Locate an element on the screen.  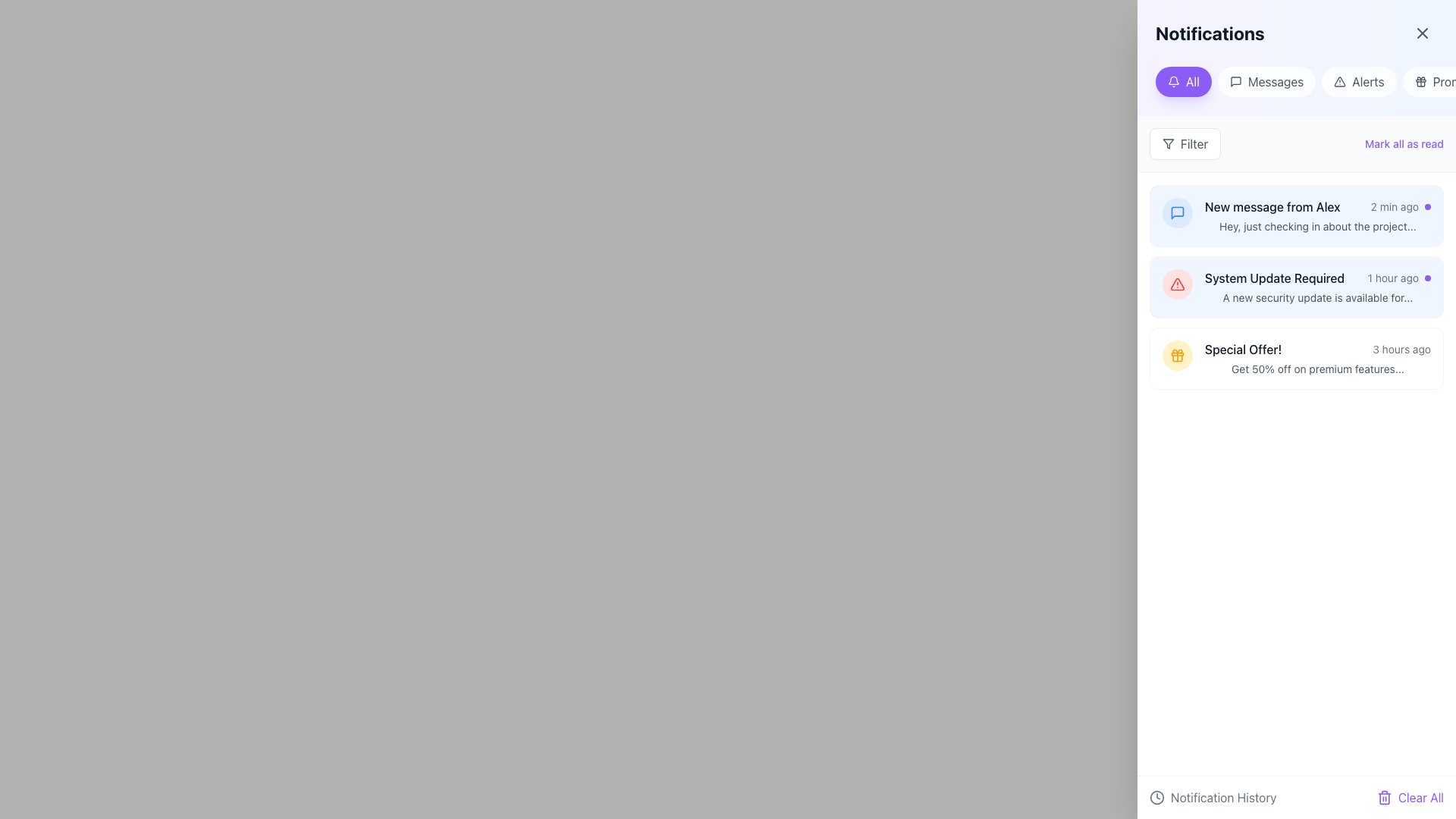
the close button for the notifications panel located at the top-right corner of the 'Notifications' header bar is located at coordinates (1422, 33).